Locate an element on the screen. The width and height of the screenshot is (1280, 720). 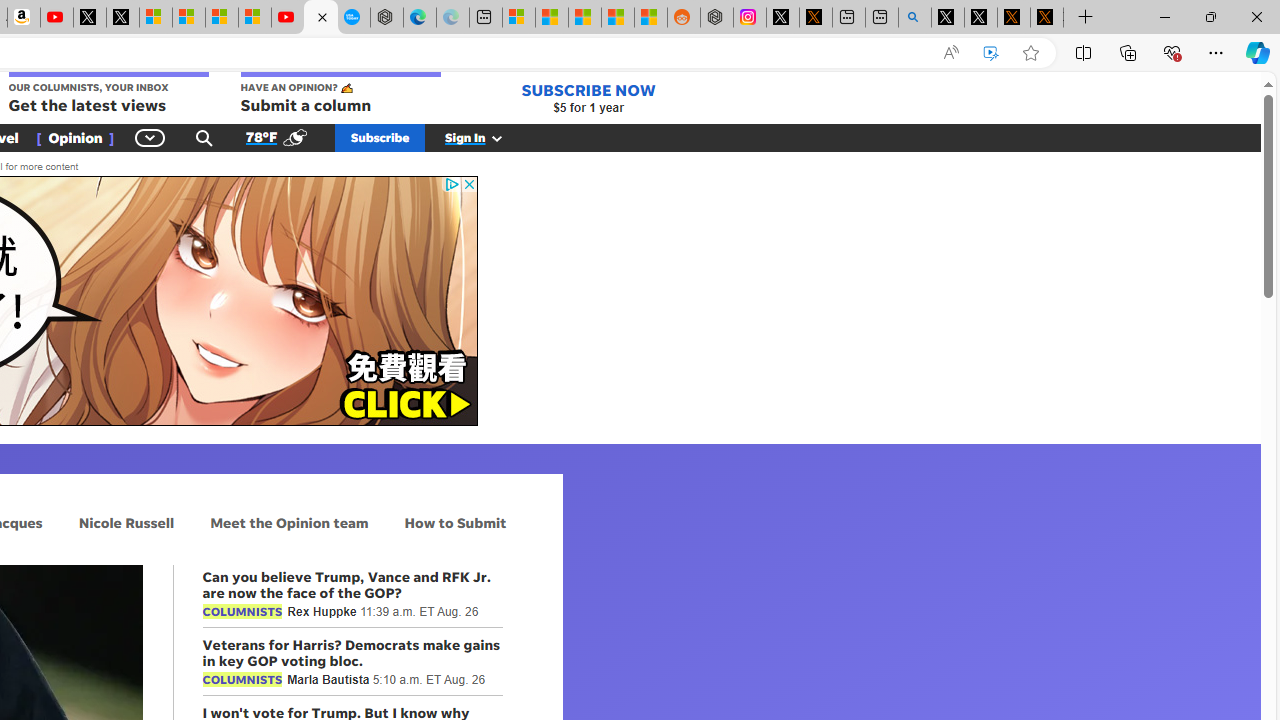
'GitHub (@github) / X' is located at coordinates (981, 17).